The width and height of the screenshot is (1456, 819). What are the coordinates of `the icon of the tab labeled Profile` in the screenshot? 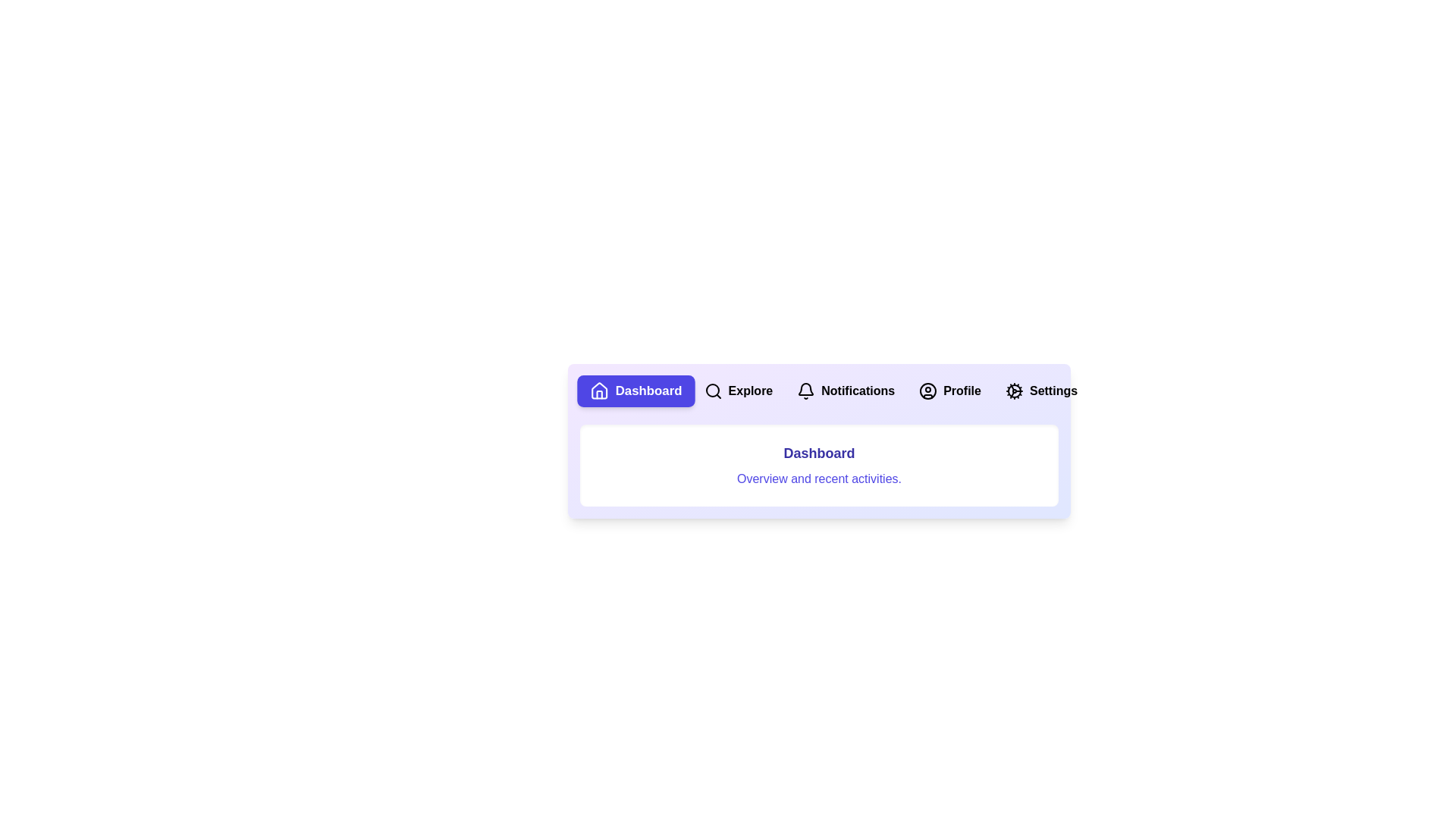 It's located at (927, 391).